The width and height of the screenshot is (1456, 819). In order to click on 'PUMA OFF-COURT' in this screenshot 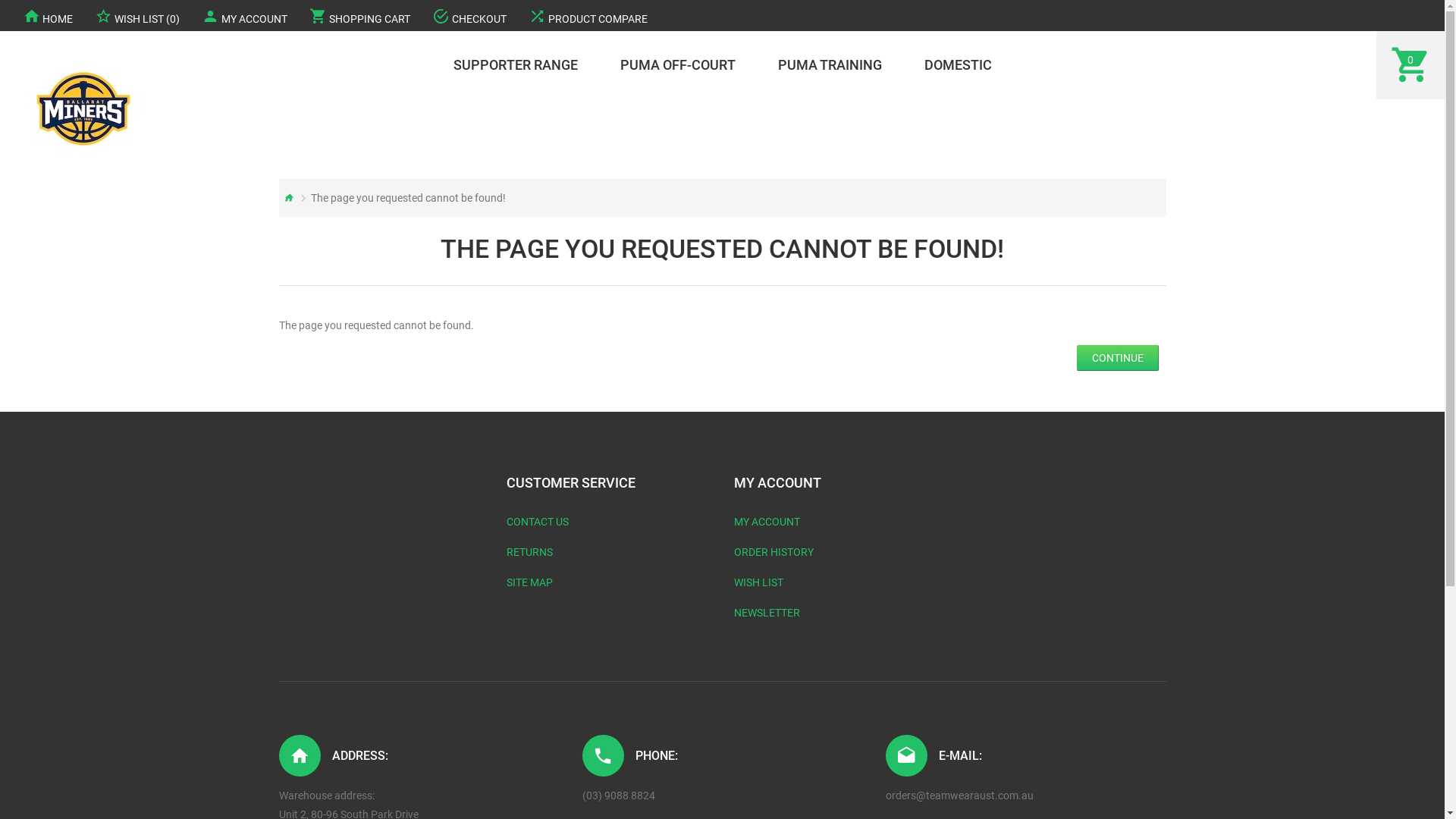, I will do `click(676, 64)`.